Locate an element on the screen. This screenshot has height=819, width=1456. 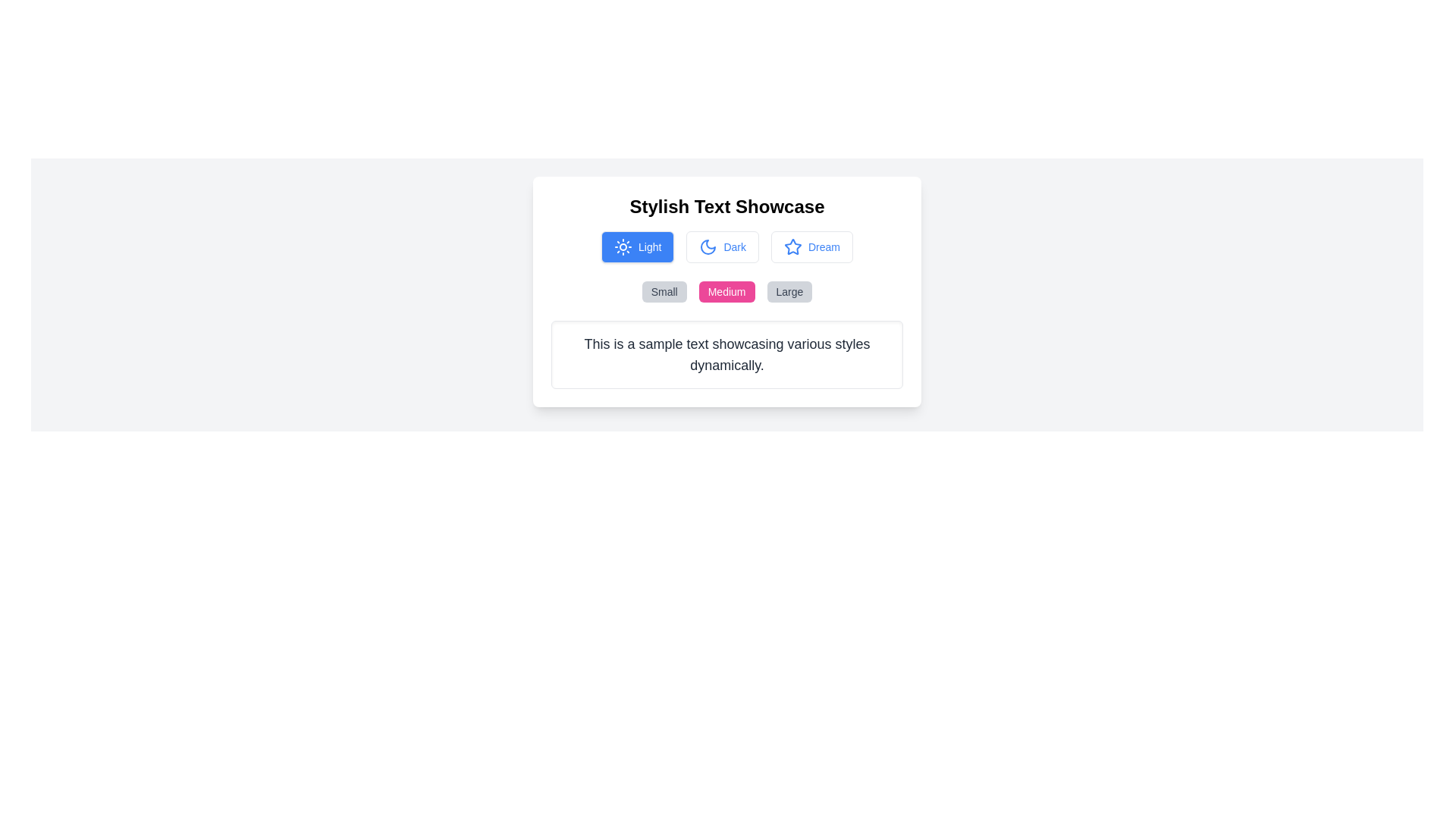
the 'Medium' size option in the Toggle group, which is visually distinct with a pink background and white text, located below the buttons labeled 'Light', 'Dark', and 'Dream' is located at coordinates (726, 292).